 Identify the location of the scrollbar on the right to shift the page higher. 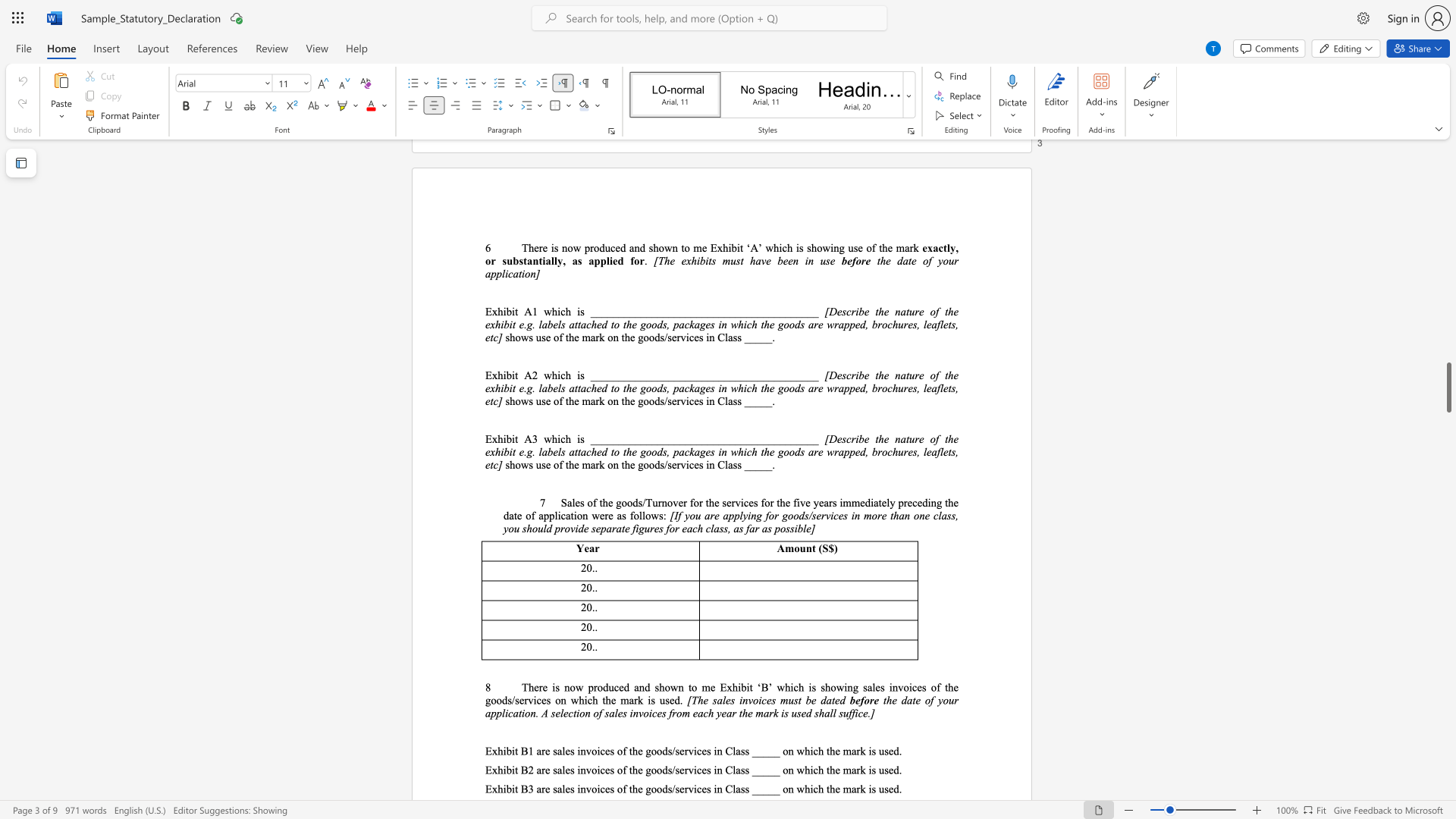
(1448, 242).